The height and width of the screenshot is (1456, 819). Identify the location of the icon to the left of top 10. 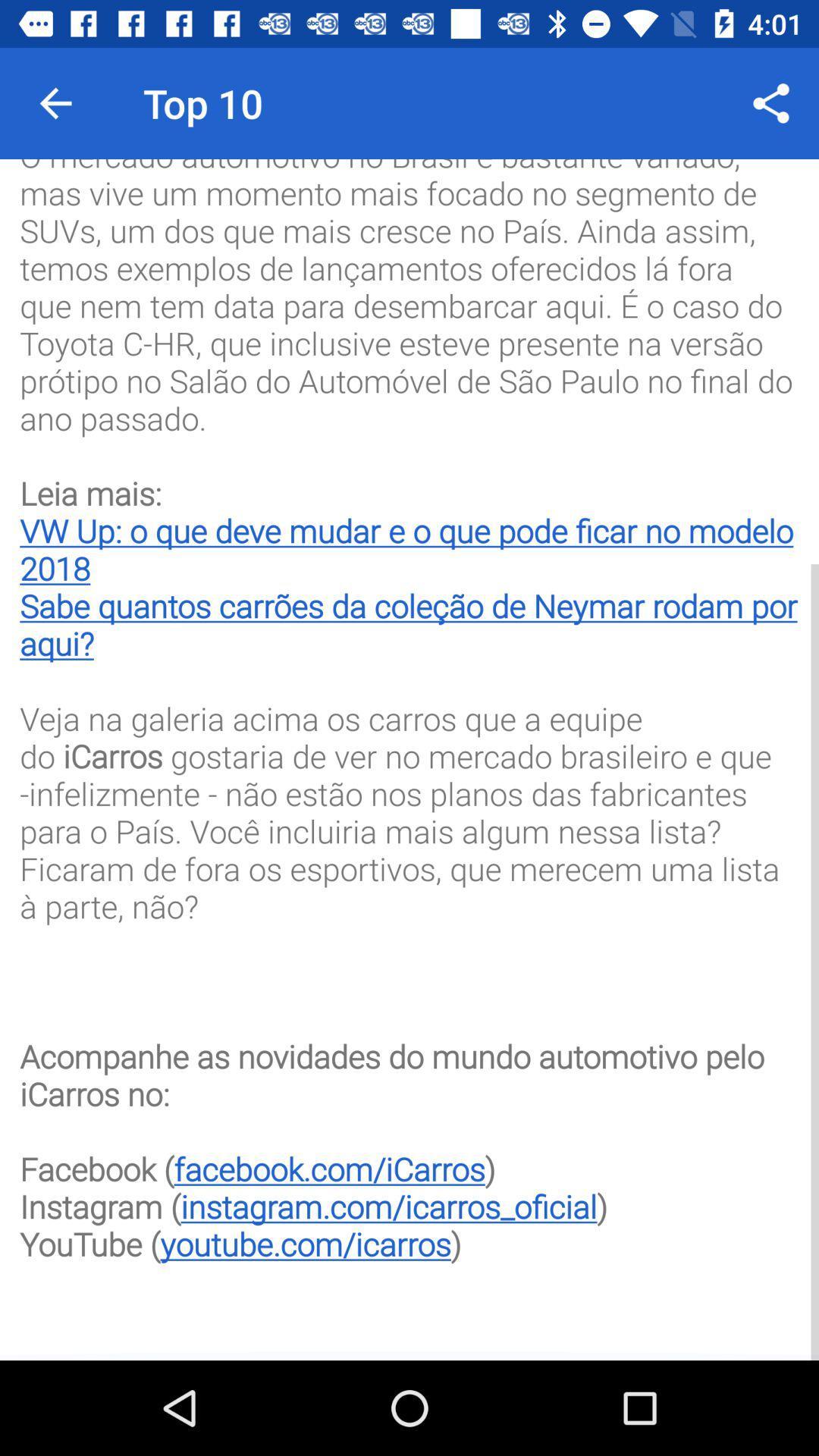
(55, 102).